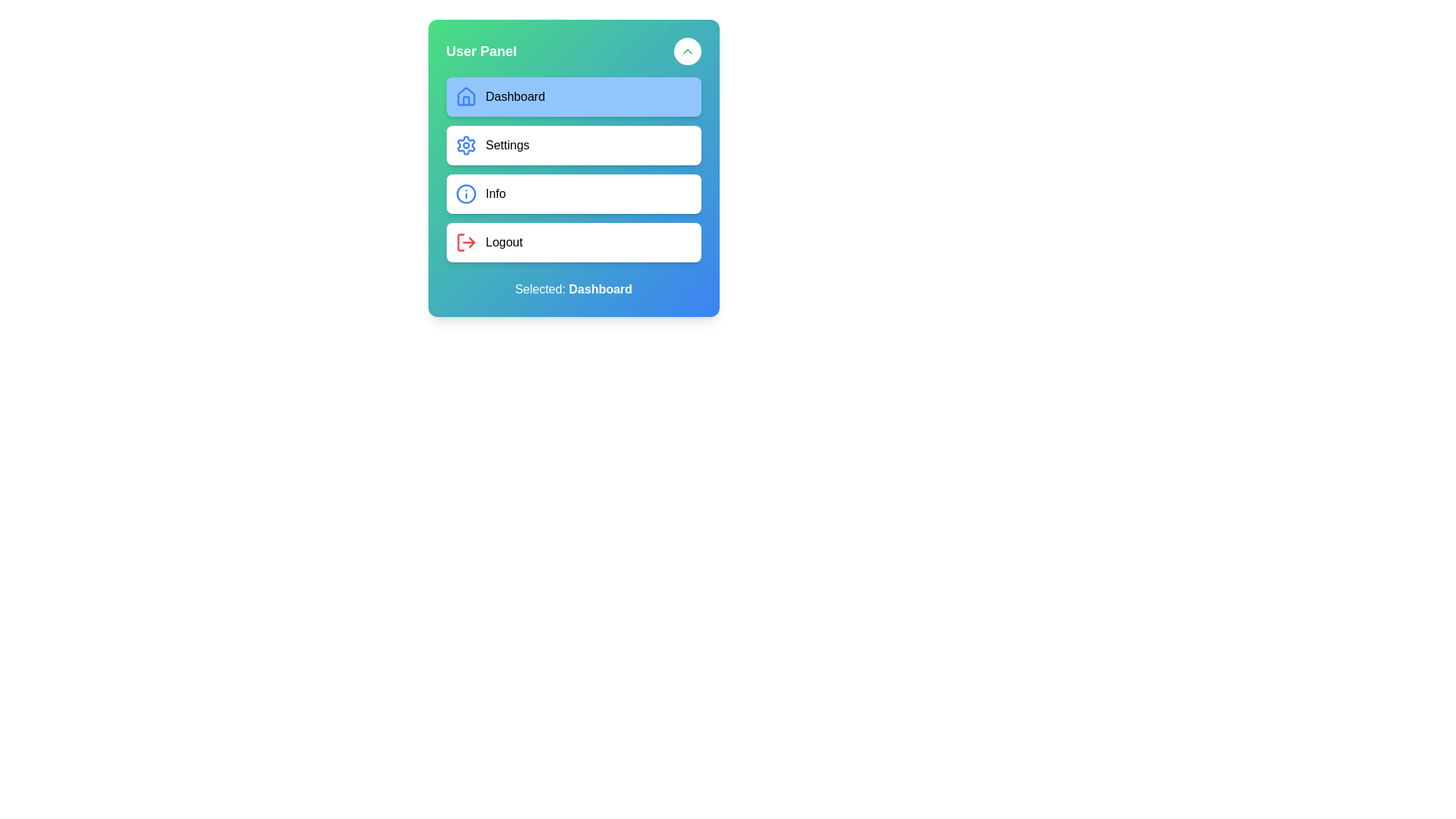 The height and width of the screenshot is (819, 1456). Describe the element at coordinates (573, 168) in the screenshot. I see `the 'Settings' button in the User Panel using keyboard navigation` at that location.